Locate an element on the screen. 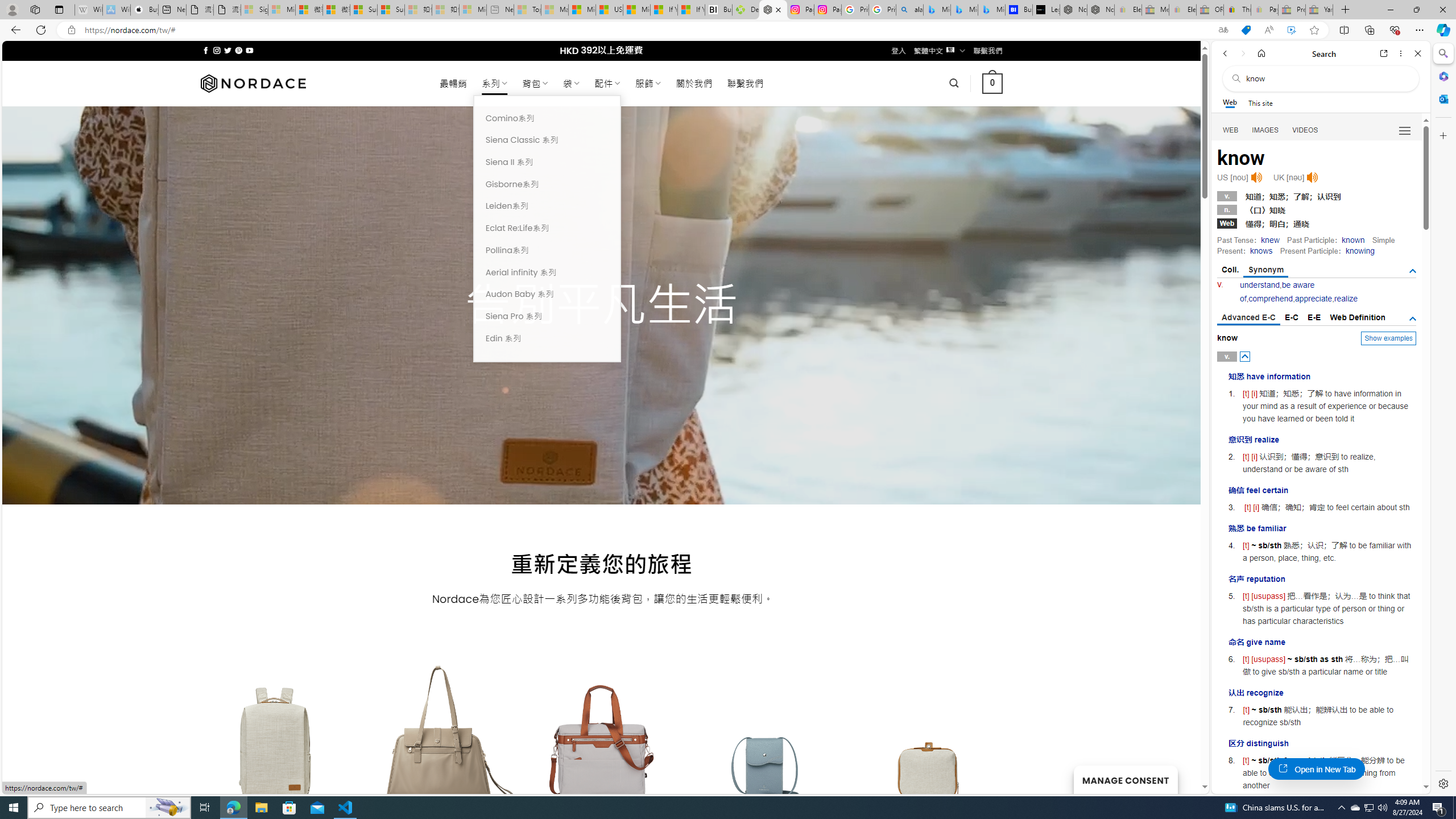 The image size is (1456, 819). 'appreciate' is located at coordinates (1313, 298).